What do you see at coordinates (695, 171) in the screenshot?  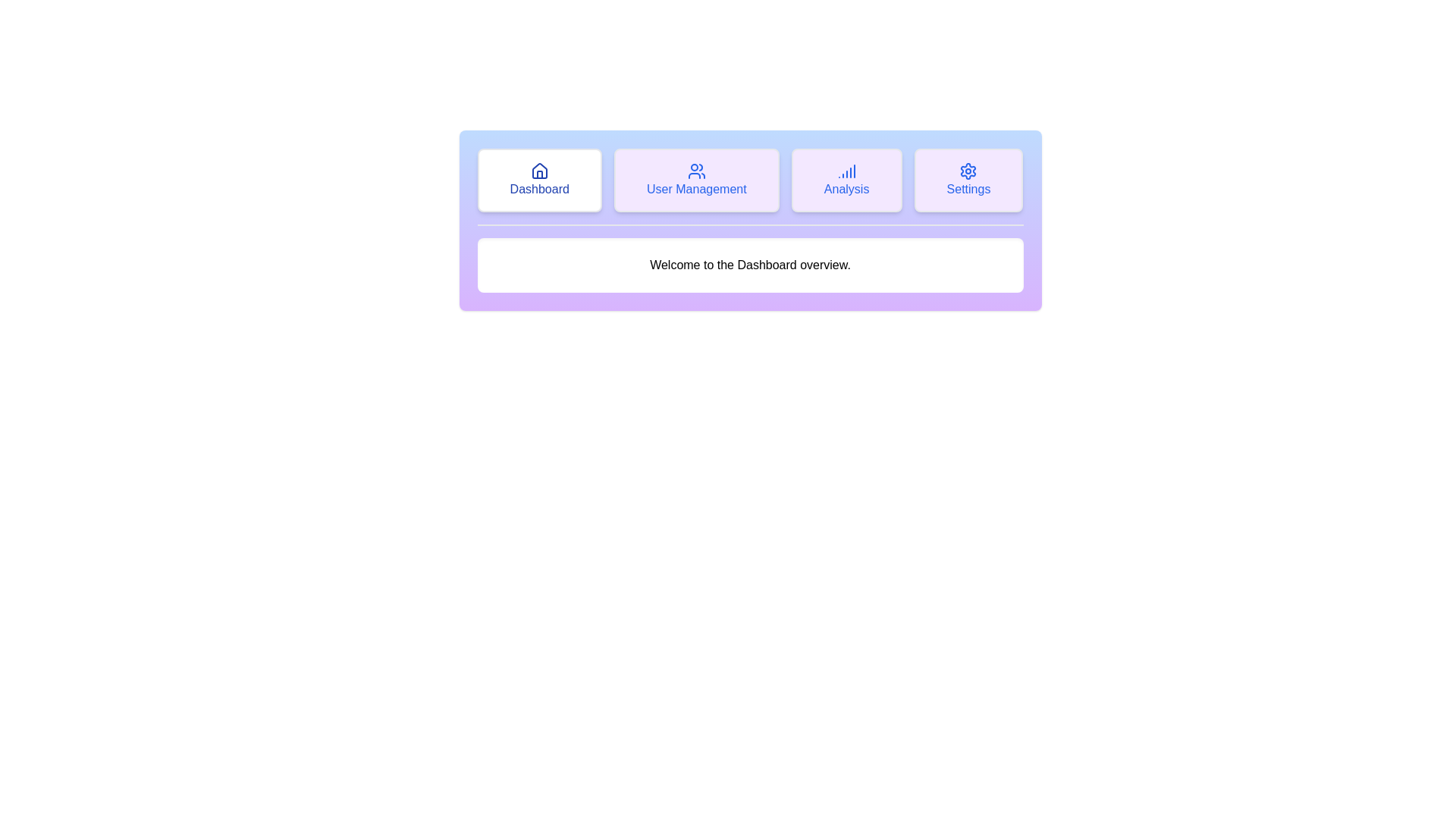 I see `the 'User Management' icon located centrally above the text label in the navigation bar` at bounding box center [695, 171].